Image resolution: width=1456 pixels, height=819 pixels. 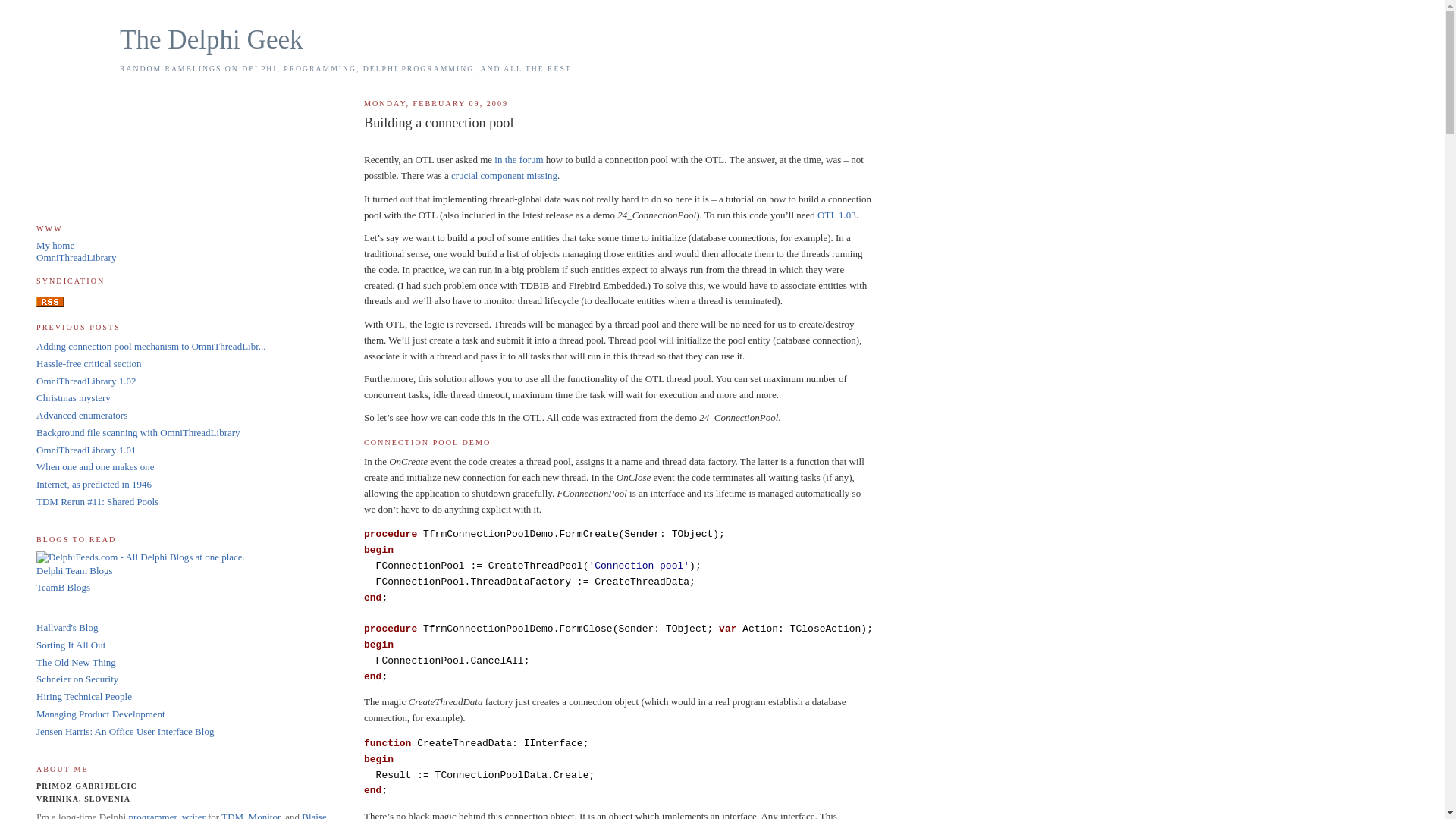 I want to click on 'Adding connection pool mechanism to OmniThreadLibr...', so click(x=151, y=346).